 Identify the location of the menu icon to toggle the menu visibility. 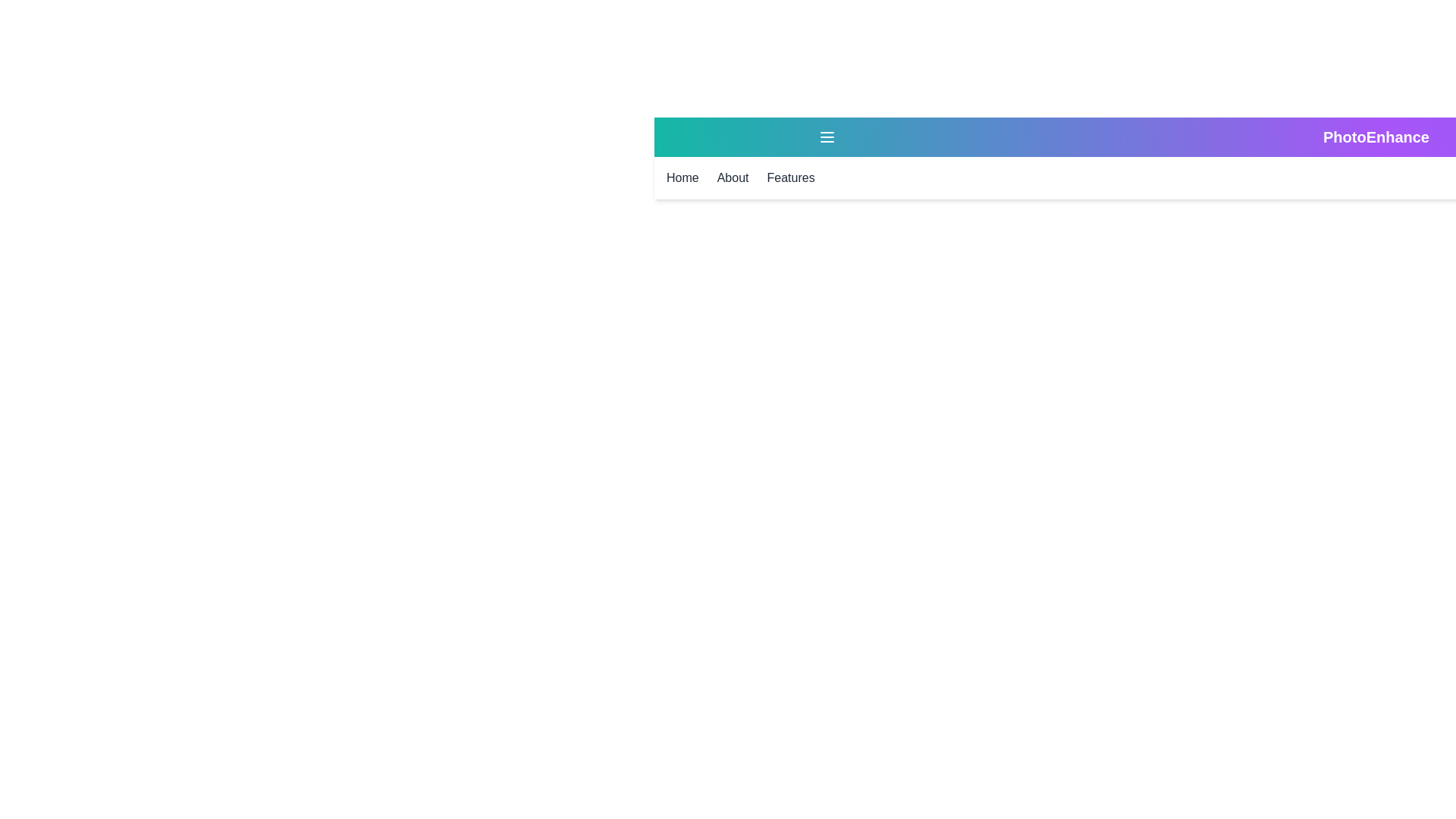
(826, 137).